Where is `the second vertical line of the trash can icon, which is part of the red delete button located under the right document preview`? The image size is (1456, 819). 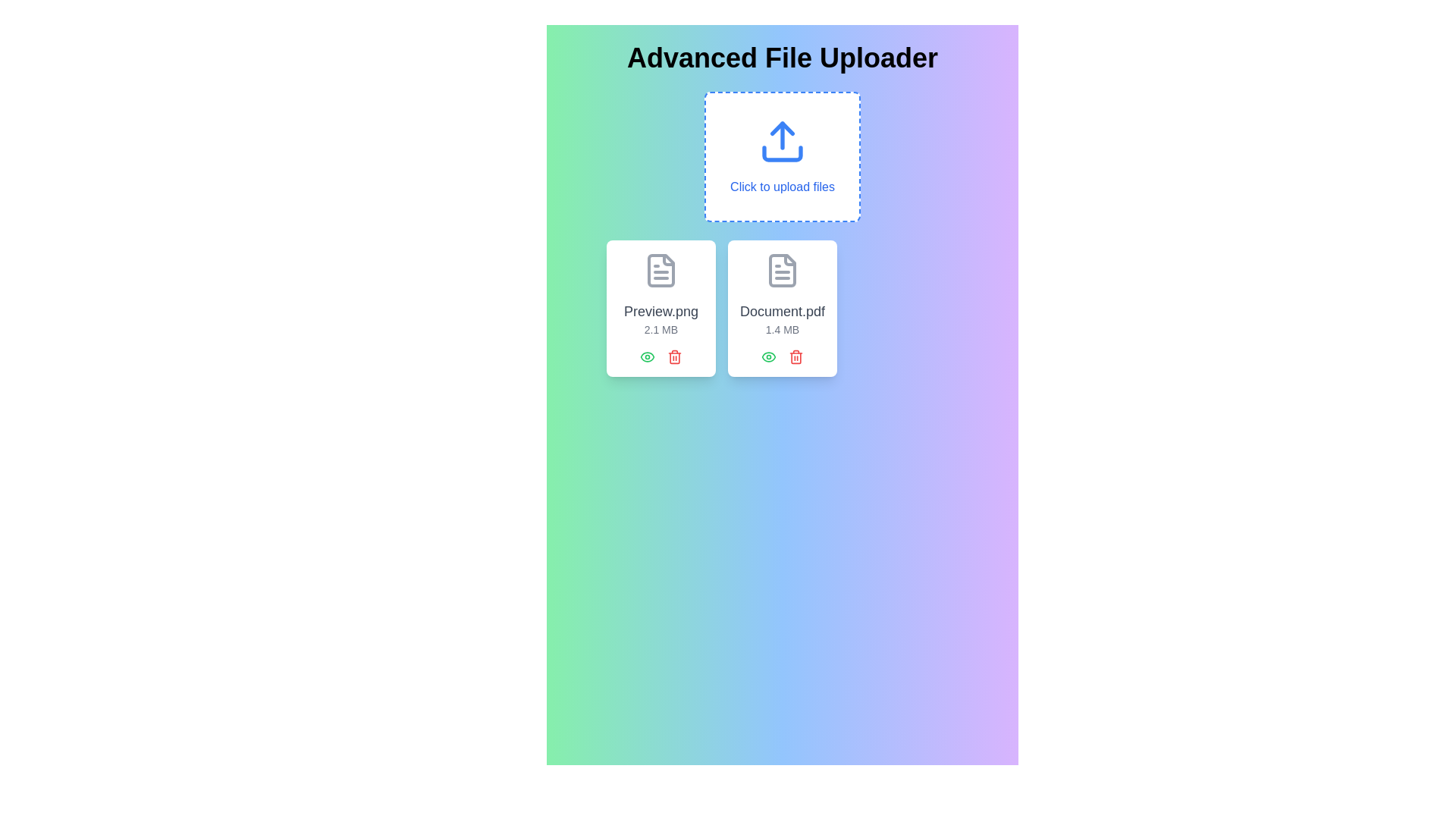 the second vertical line of the trash can icon, which is part of the red delete button located under the right document preview is located at coordinates (795, 357).